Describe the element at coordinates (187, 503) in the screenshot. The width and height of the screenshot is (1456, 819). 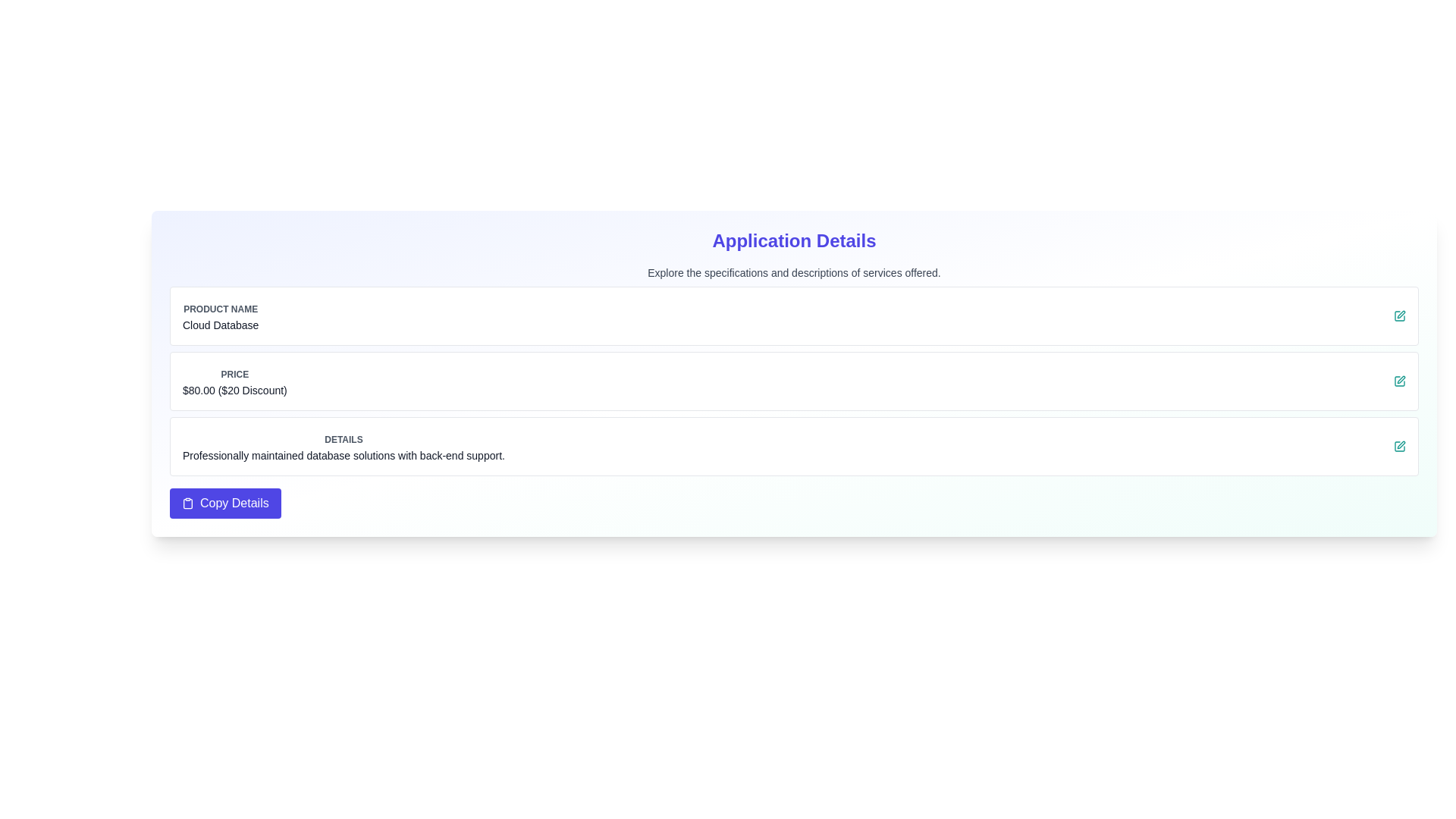
I see `the clipboard icon located on the left side of the 'Copy Details' button at the bottom left corner of the form` at that location.